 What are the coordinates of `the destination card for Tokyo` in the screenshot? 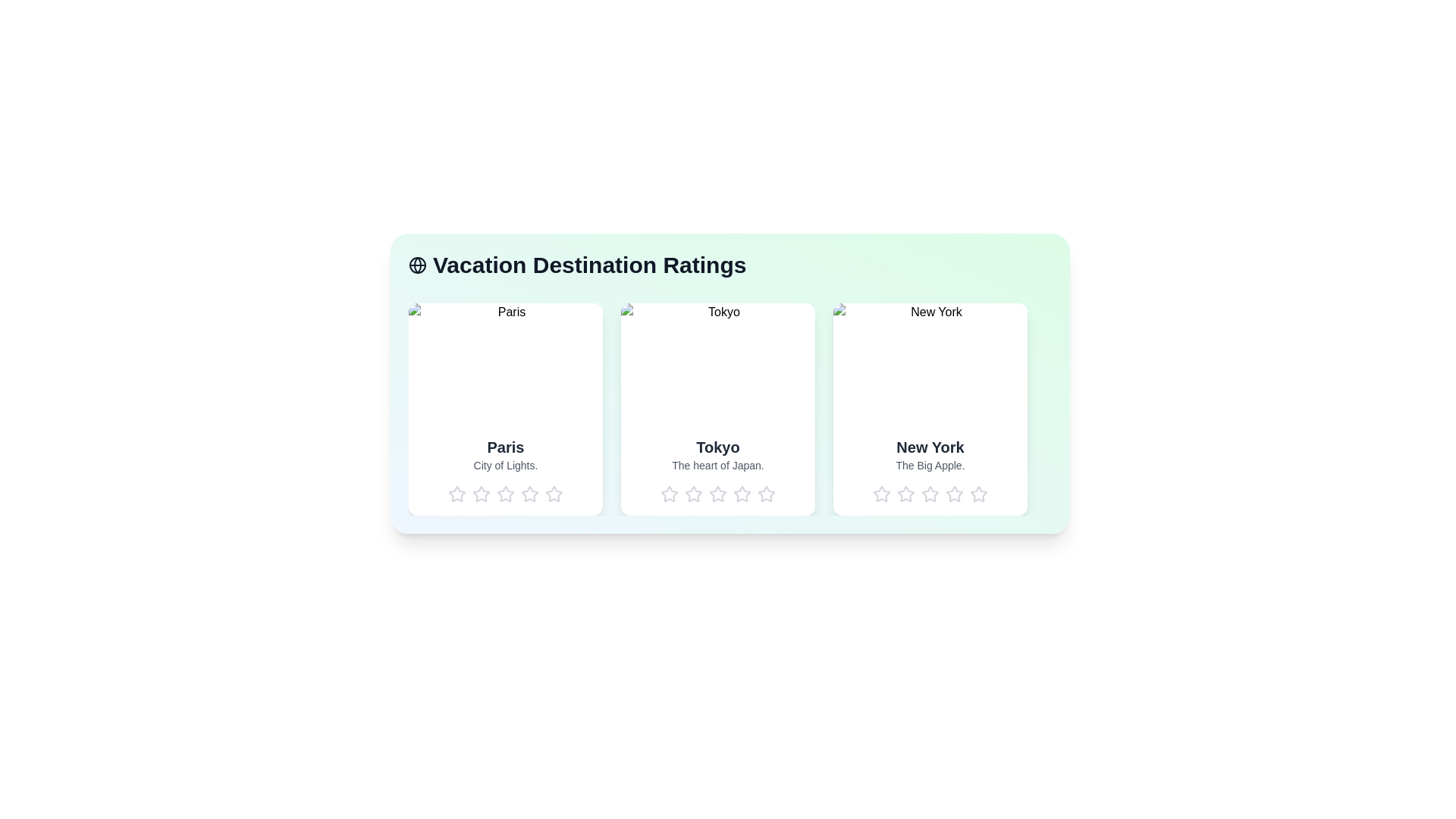 It's located at (717, 409).